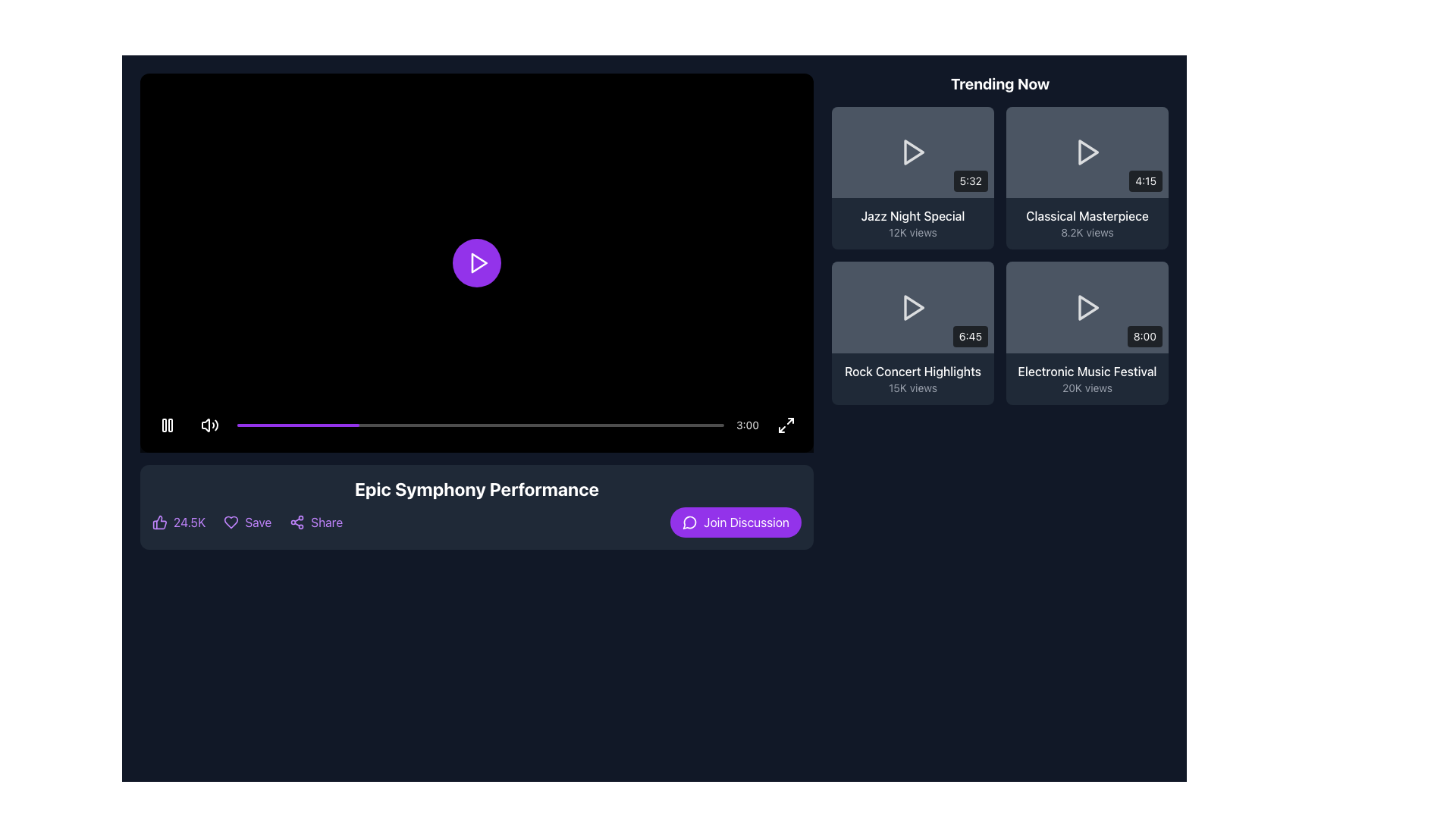 The width and height of the screenshot is (1456, 819). What do you see at coordinates (913, 307) in the screenshot?
I see `the play button located in the thumbnail for the 'Rock Concert Highlights' video in the 'Trending Now' section` at bounding box center [913, 307].